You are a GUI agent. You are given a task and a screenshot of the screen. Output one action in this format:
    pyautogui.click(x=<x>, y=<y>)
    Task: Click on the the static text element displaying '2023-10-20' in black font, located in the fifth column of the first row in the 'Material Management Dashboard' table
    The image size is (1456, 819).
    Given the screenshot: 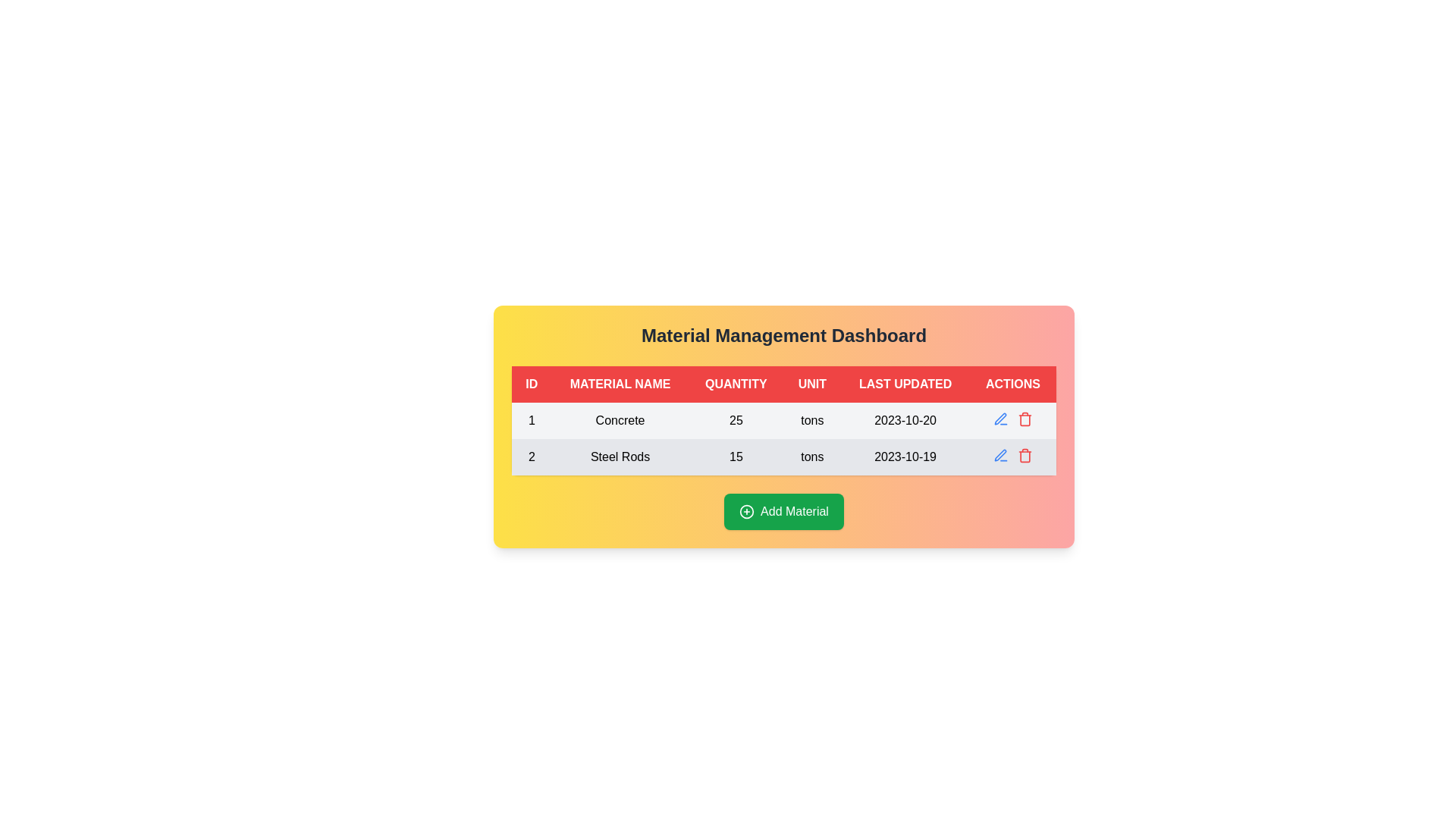 What is the action you would take?
    pyautogui.click(x=905, y=421)
    